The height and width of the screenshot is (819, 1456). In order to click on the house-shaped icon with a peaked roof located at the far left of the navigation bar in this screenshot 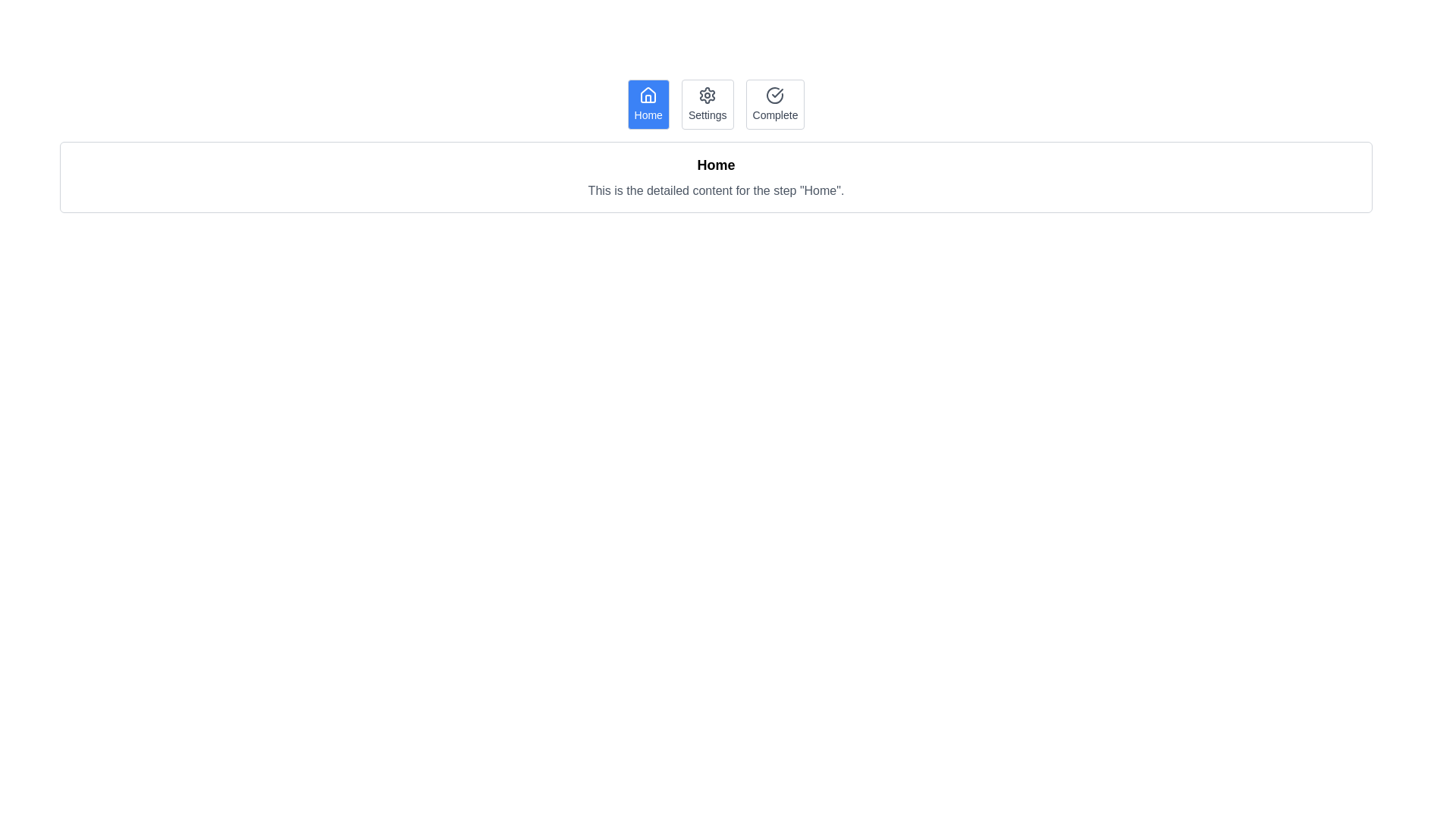, I will do `click(648, 95)`.